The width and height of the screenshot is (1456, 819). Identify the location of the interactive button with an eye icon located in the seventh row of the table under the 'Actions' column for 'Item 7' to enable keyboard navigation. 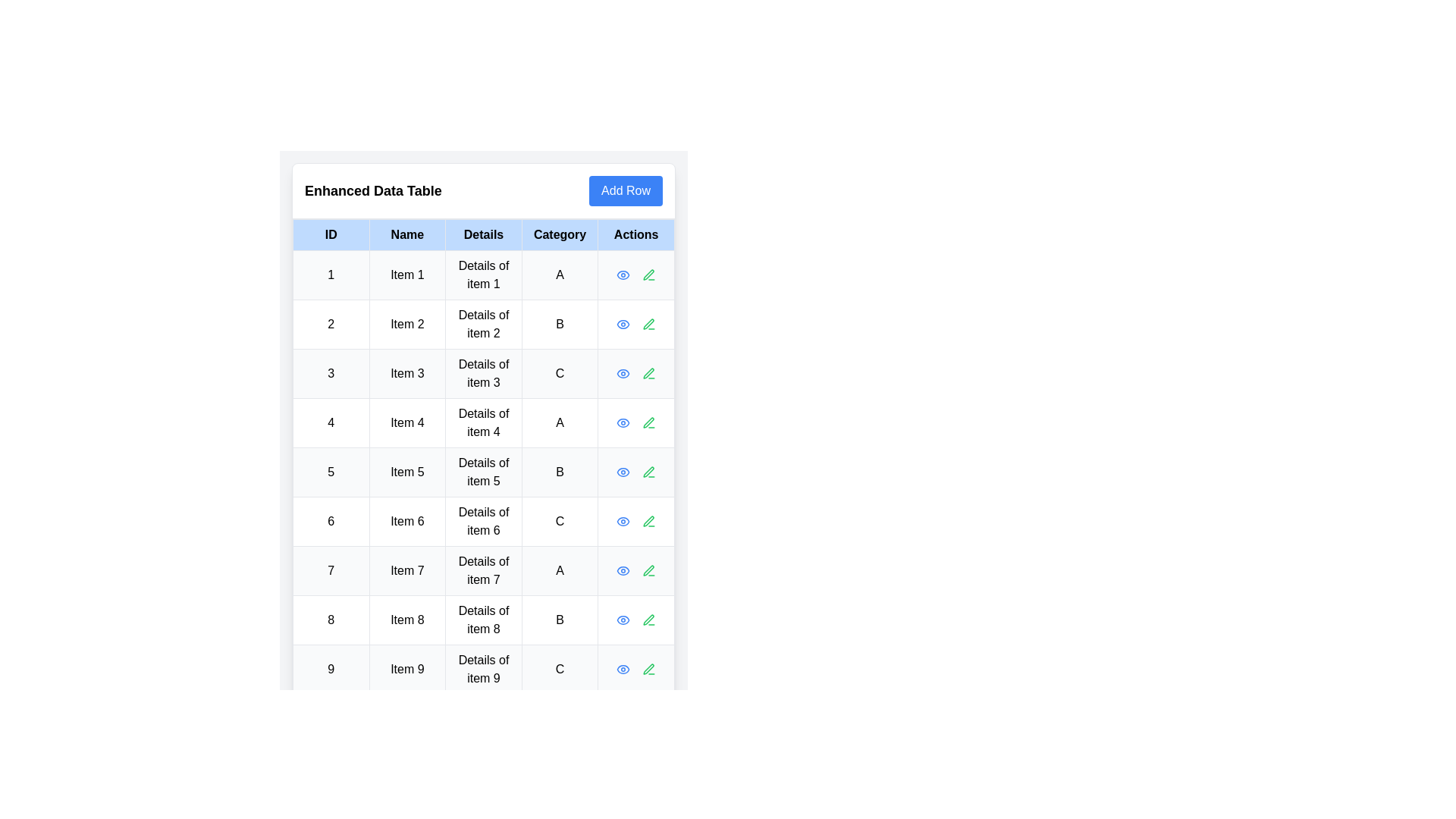
(623, 570).